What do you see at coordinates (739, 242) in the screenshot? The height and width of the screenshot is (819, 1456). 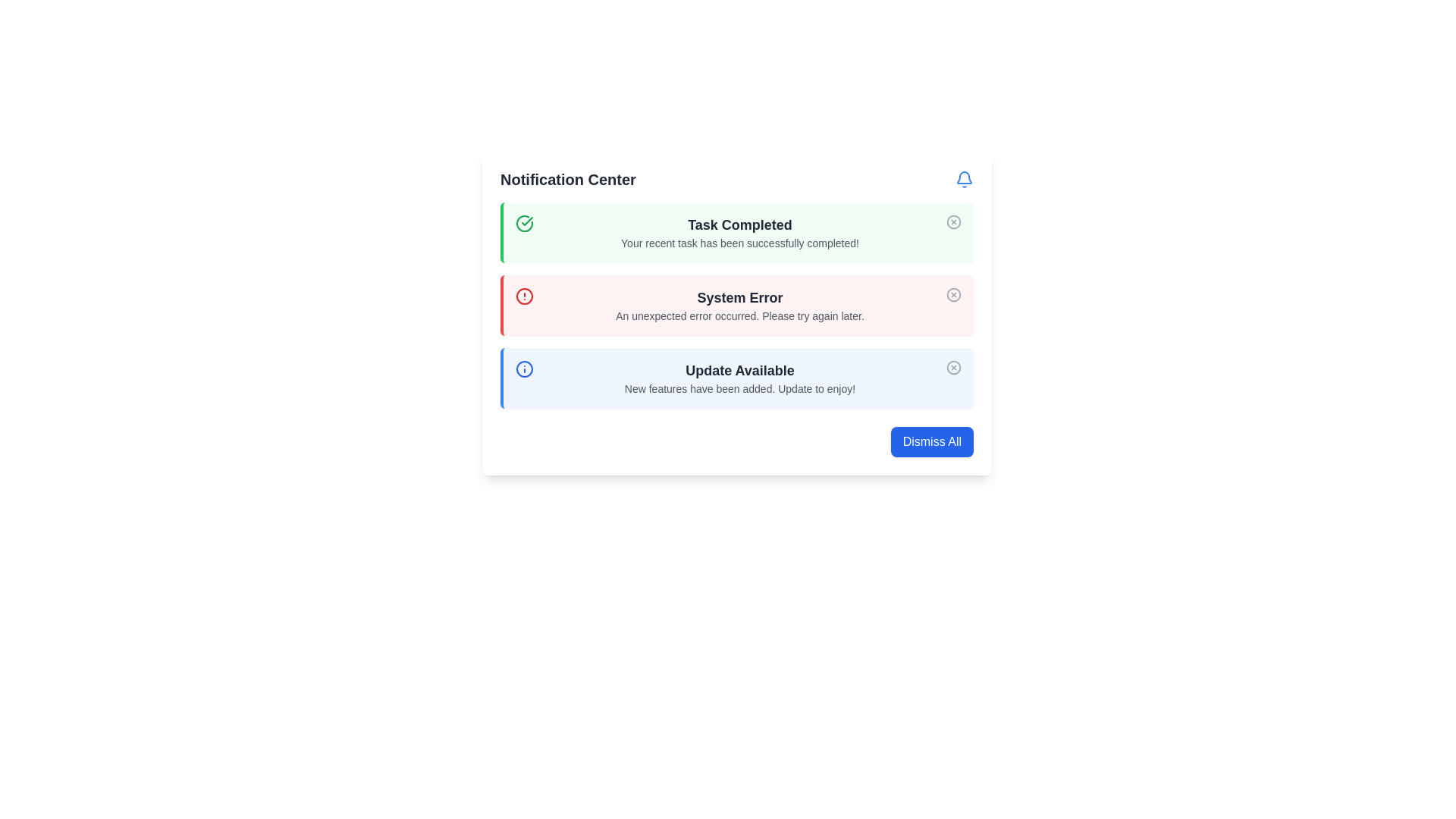 I see `the text element displaying 'Your recent task has been successfully completed!' which is positioned beneath the main heading 'Task Completed' in the green notification box` at bounding box center [739, 242].